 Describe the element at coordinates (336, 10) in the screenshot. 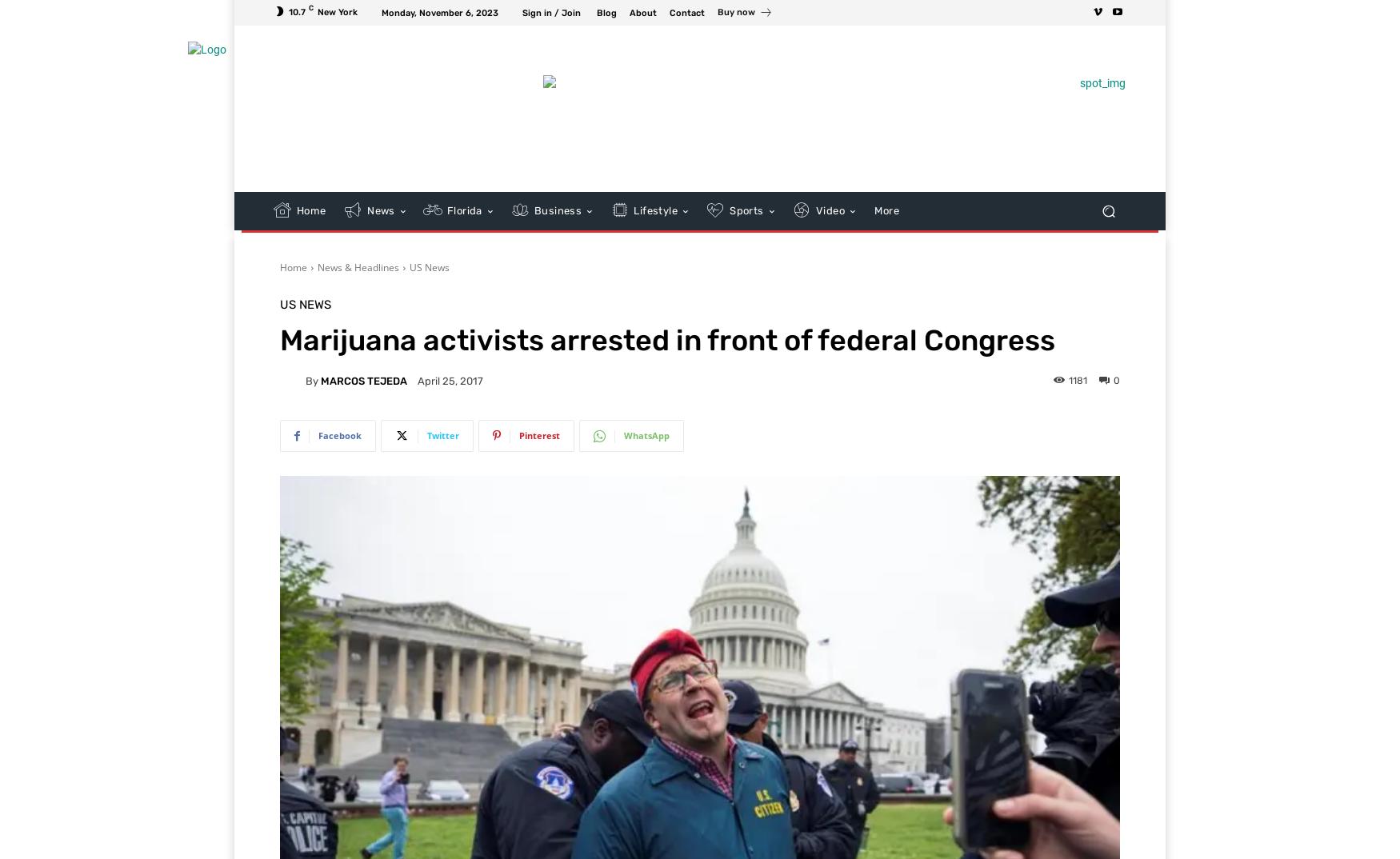

I see `'New York'` at that location.